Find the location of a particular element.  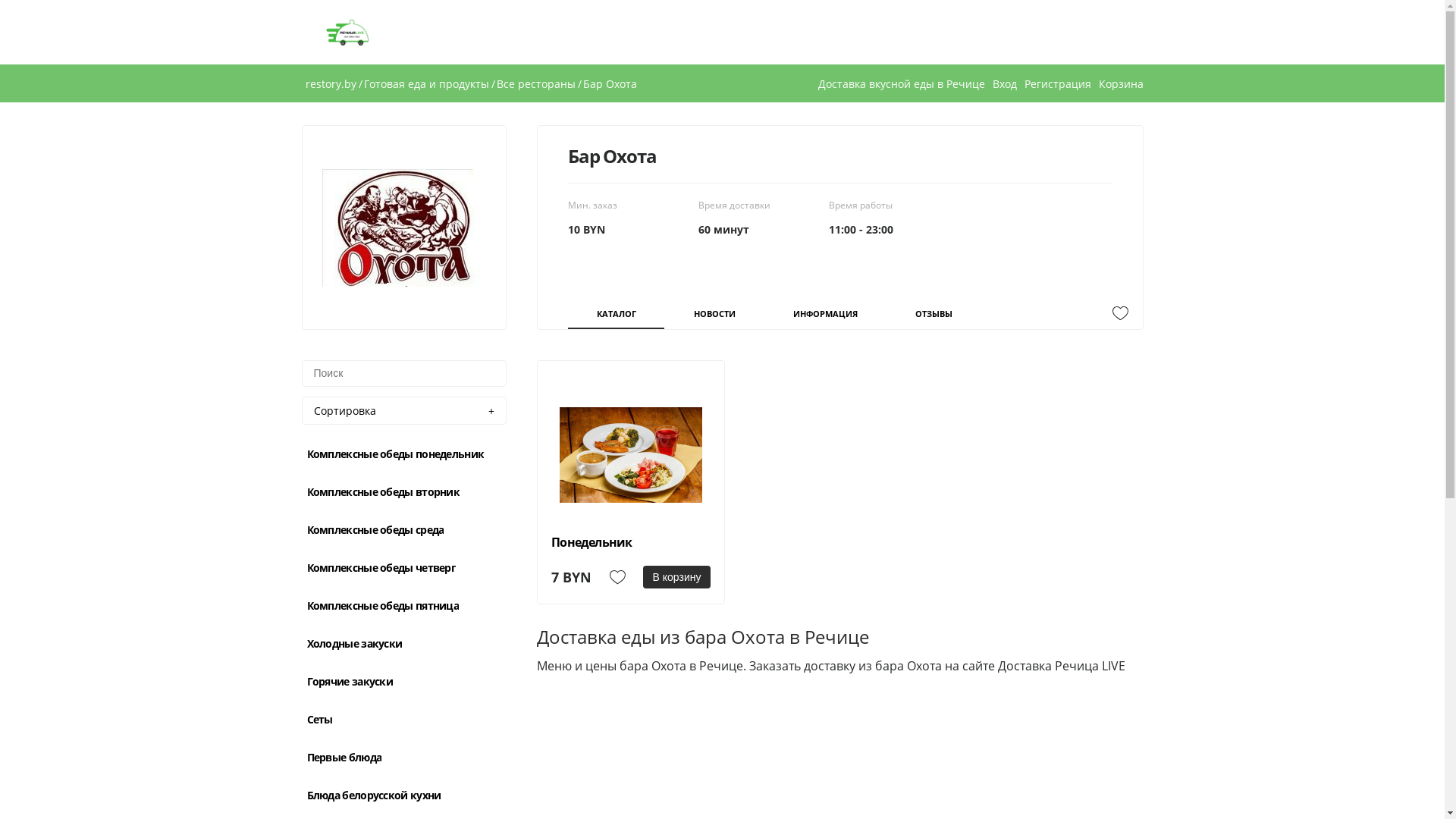

'restory.by' is located at coordinates (329, 83).